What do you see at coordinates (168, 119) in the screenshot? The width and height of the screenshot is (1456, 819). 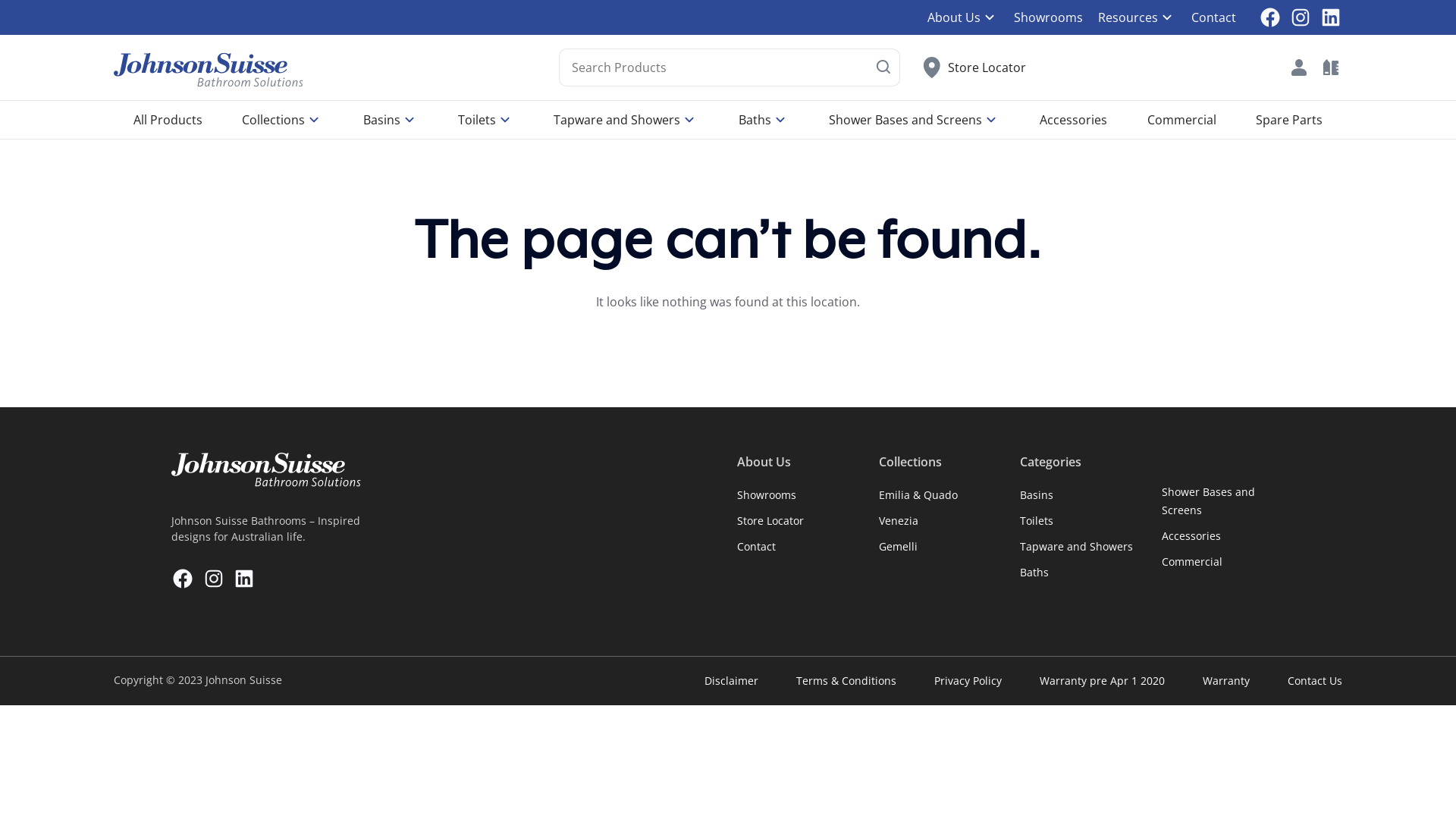 I see `'All Products'` at bounding box center [168, 119].